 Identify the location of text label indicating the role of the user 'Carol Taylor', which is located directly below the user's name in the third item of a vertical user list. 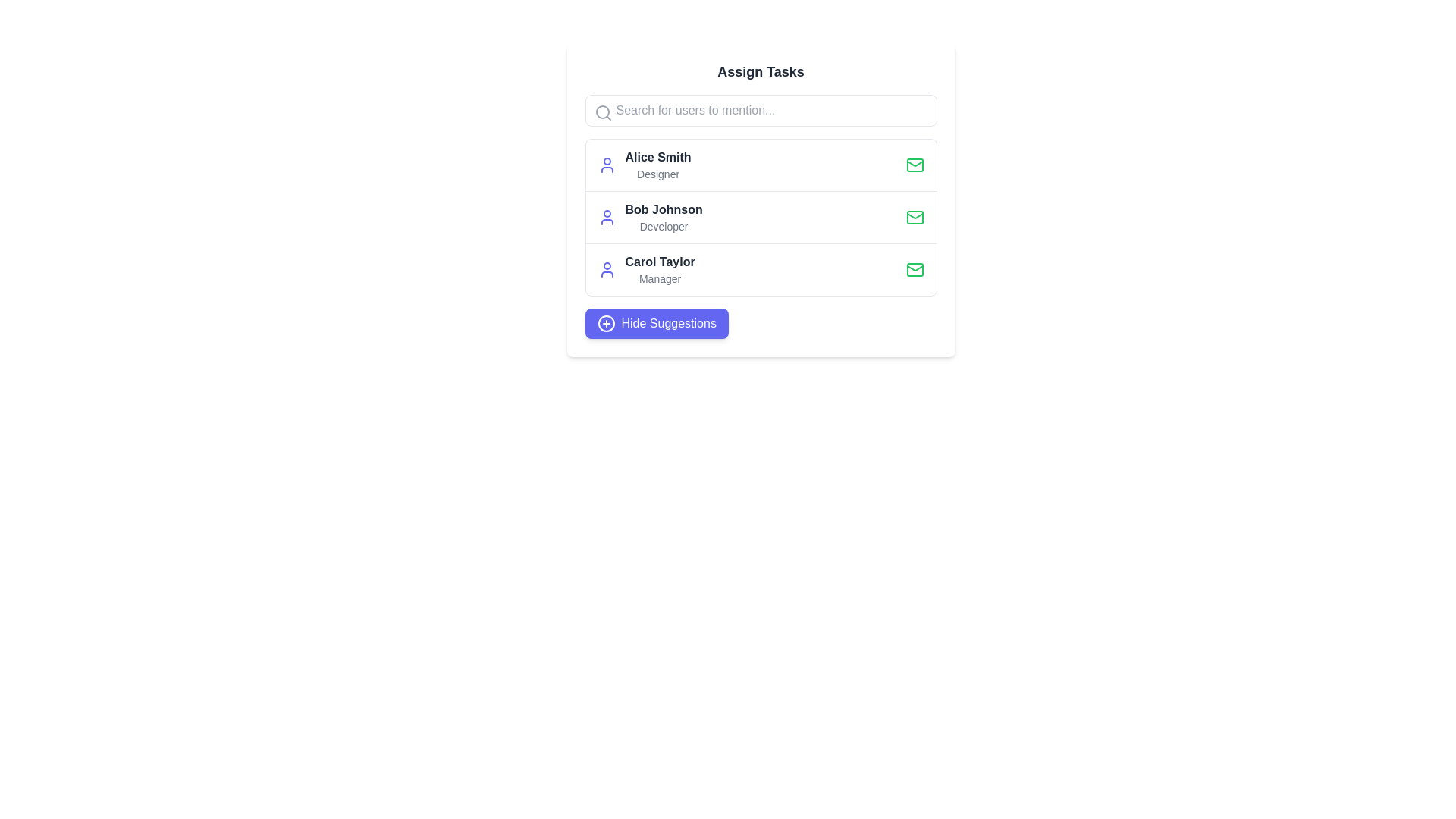
(660, 278).